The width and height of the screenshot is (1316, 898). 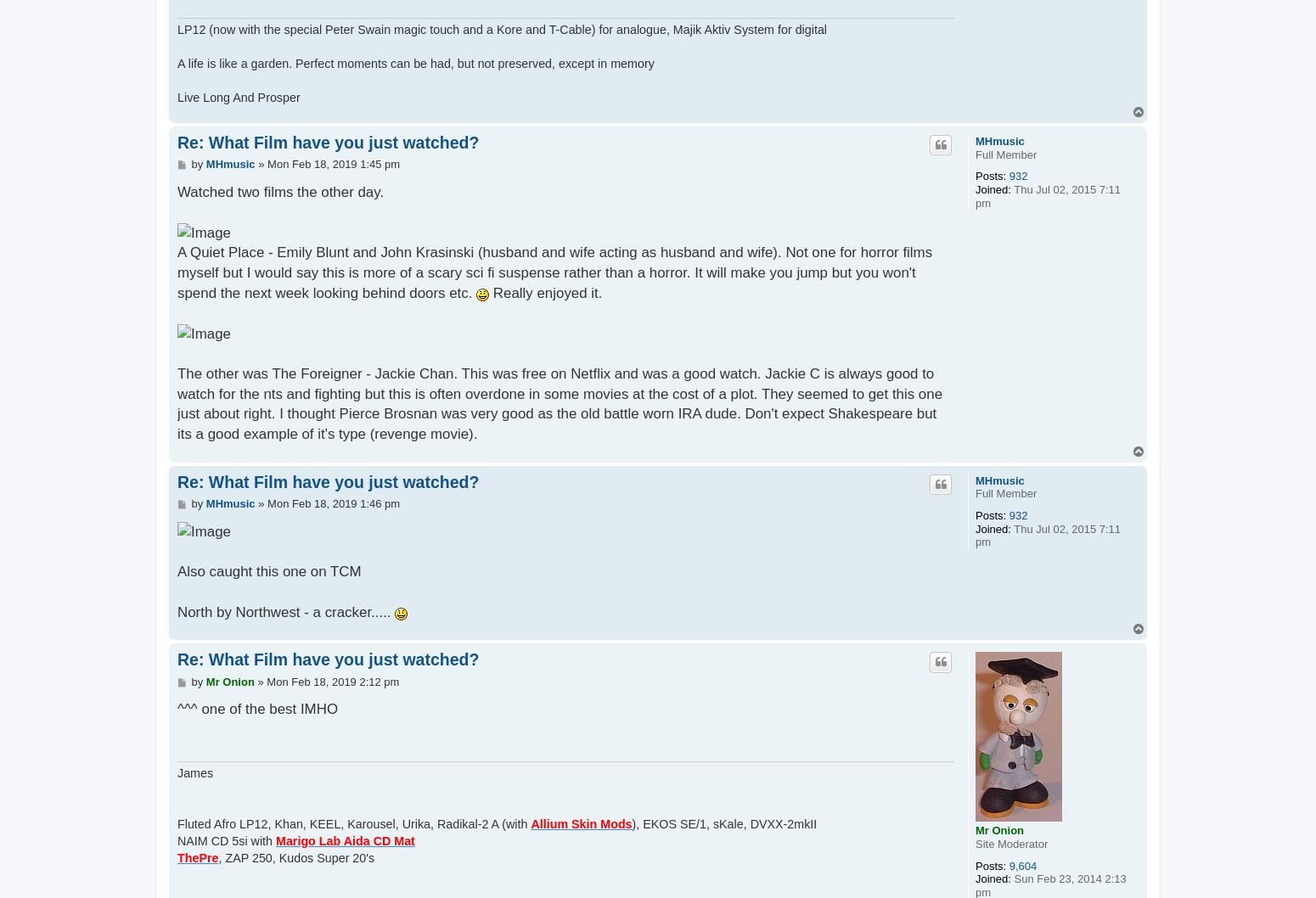 What do you see at coordinates (279, 191) in the screenshot?
I see `'Watched two films the other day.'` at bounding box center [279, 191].